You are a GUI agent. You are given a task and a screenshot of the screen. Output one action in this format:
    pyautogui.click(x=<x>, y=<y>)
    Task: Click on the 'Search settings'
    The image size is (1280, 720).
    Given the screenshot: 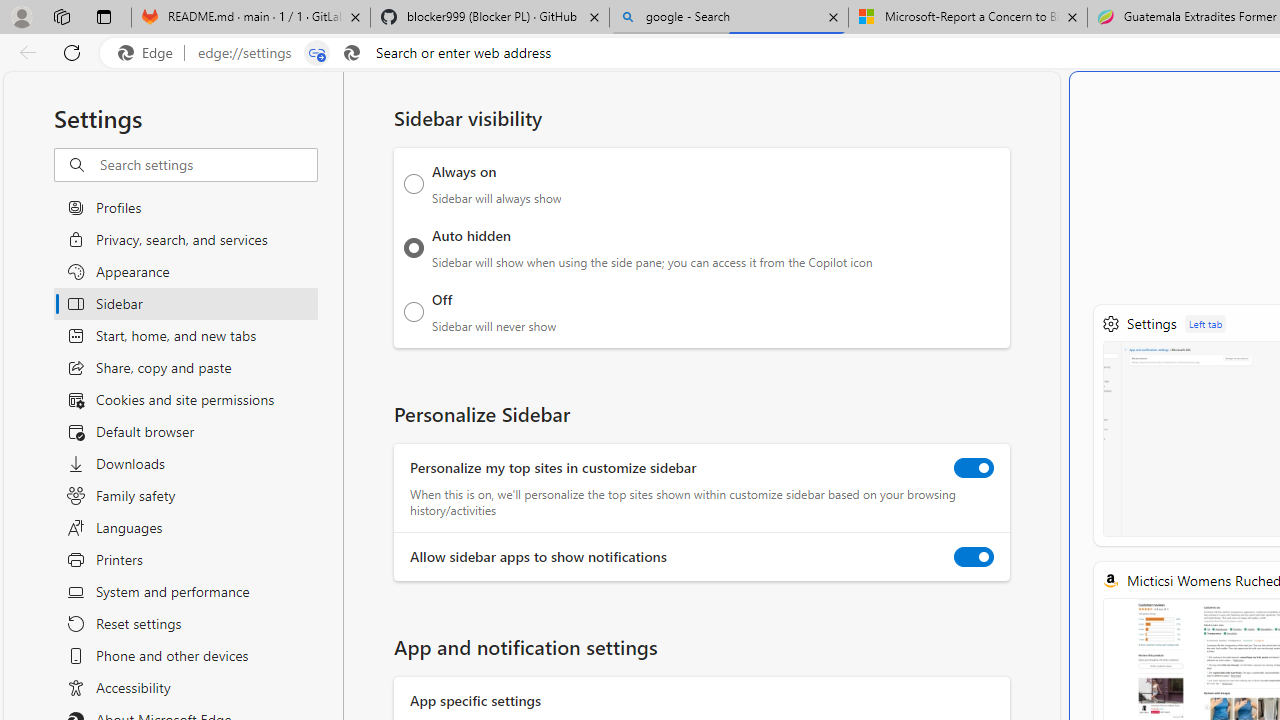 What is the action you would take?
    pyautogui.click(x=208, y=164)
    